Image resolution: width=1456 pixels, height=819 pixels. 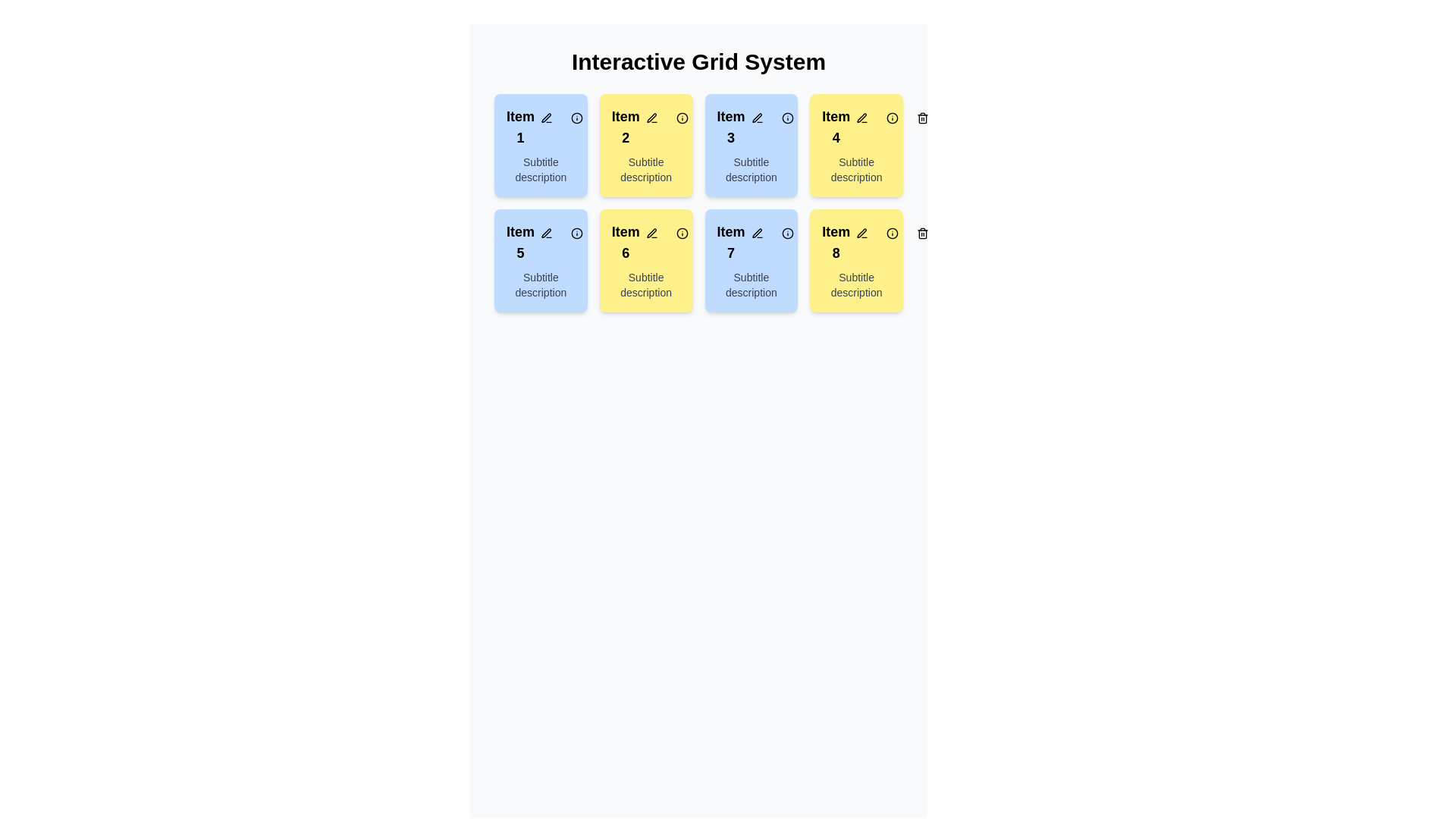 I want to click on the info button located in the first column's card labeled 'Item 1', which is to the right of the pencil icon in the card's header area, so click(x=576, y=117).